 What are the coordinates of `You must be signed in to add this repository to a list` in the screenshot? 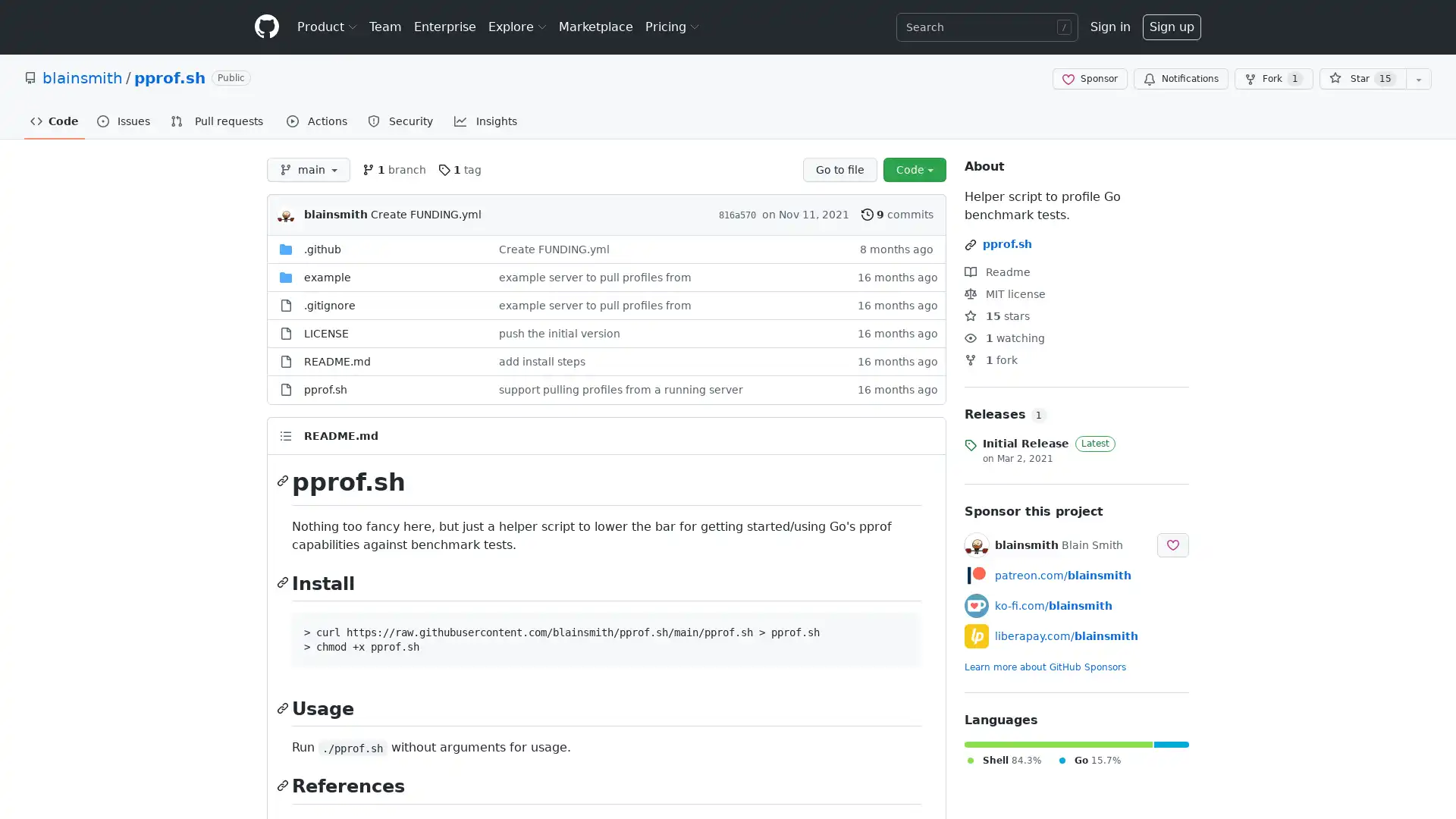 It's located at (1418, 79).